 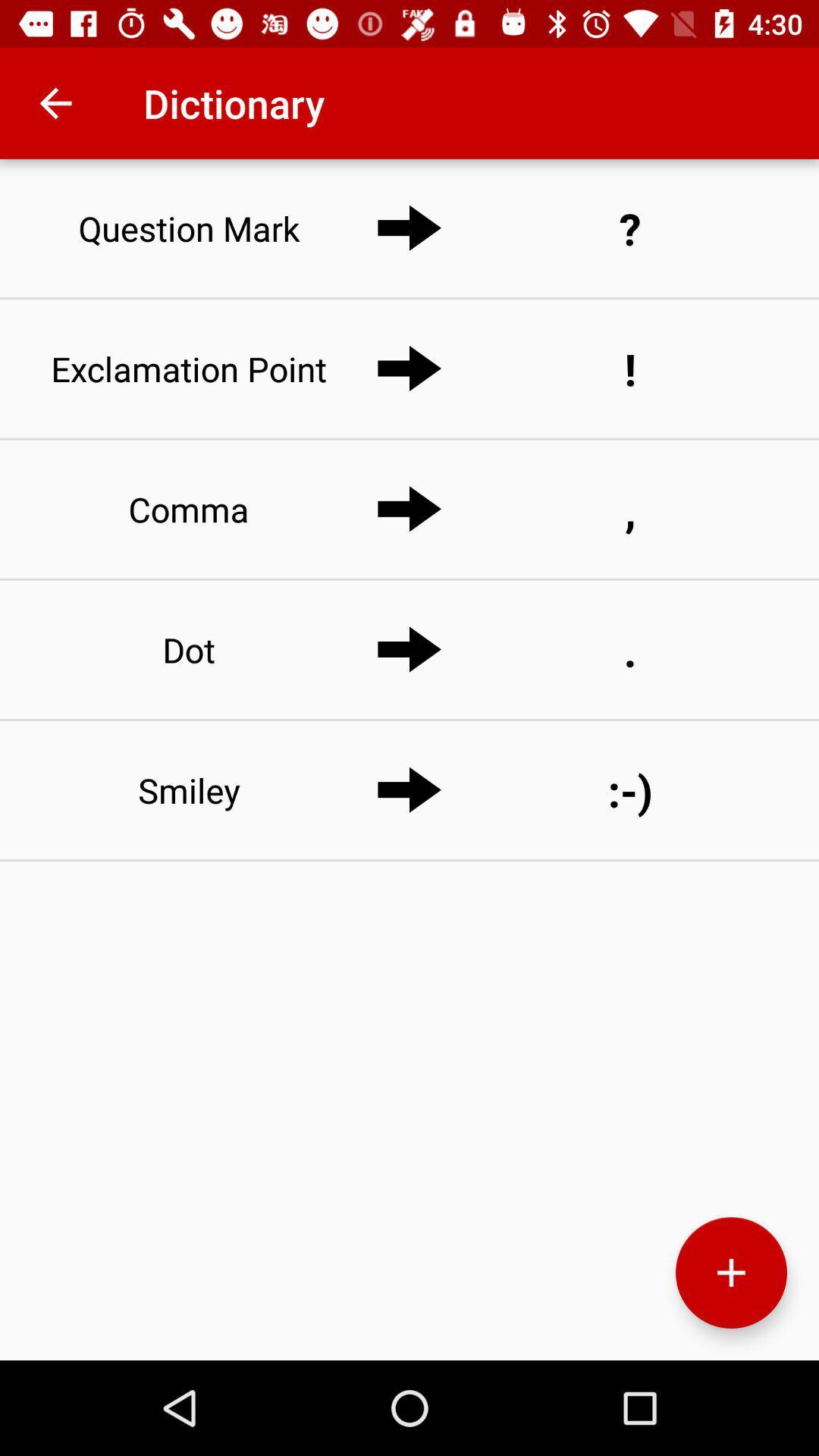 I want to click on the icon at the bottom right corner, so click(x=730, y=1272).